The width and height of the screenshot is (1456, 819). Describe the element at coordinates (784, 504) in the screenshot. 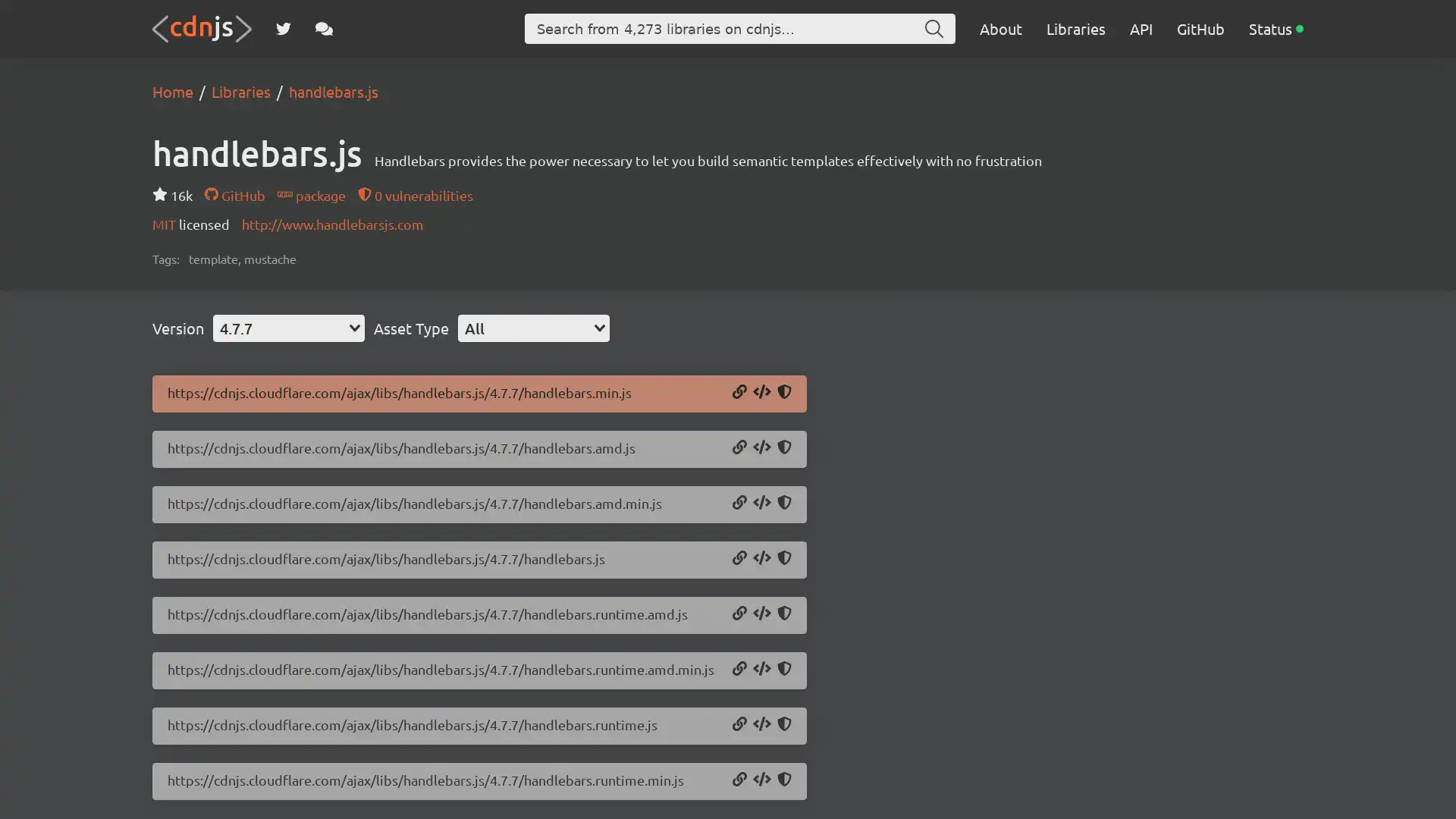

I see `Copy SRI Hash` at that location.